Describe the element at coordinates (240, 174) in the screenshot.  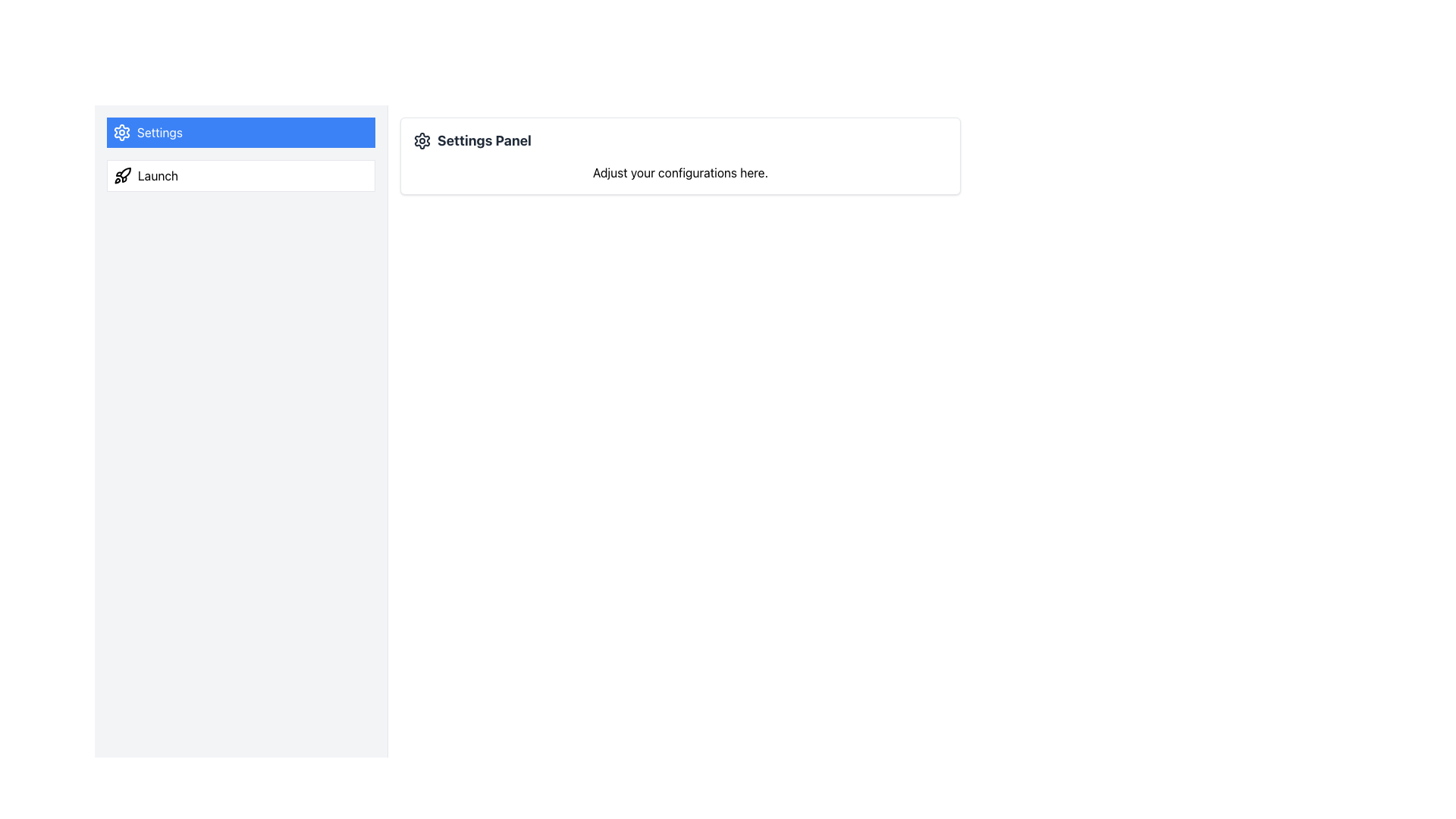
I see `the 'Launch' button located below the blue 'Settings' button in the left side panel` at that location.